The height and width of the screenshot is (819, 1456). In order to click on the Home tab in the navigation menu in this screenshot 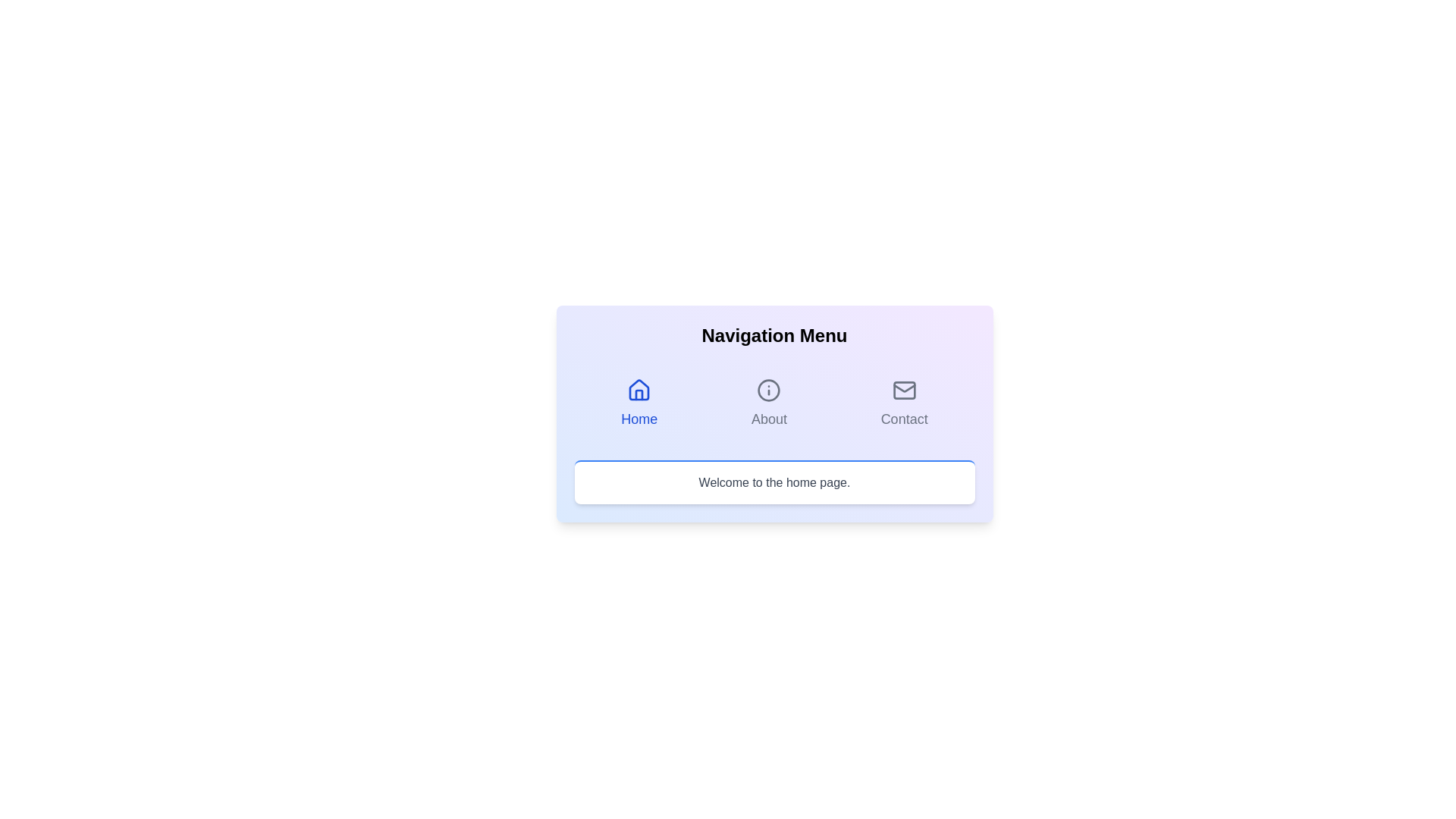, I will do `click(639, 403)`.